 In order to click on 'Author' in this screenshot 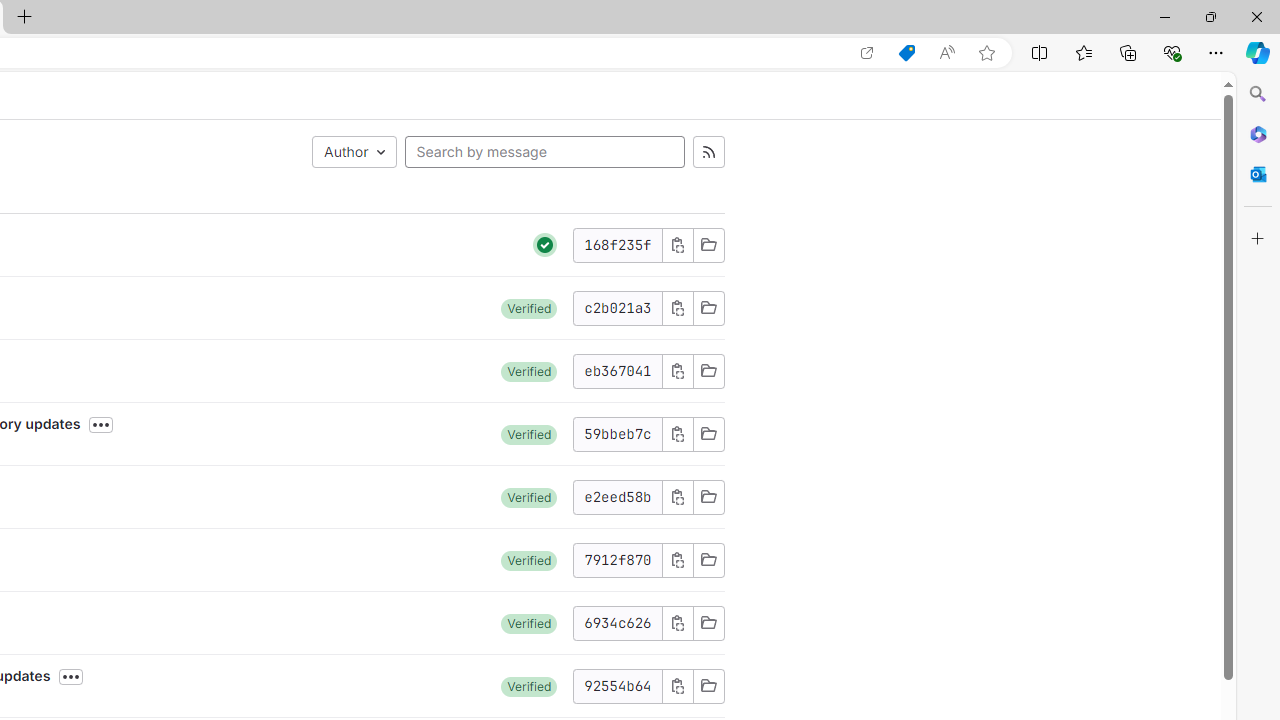, I will do `click(354, 150)`.